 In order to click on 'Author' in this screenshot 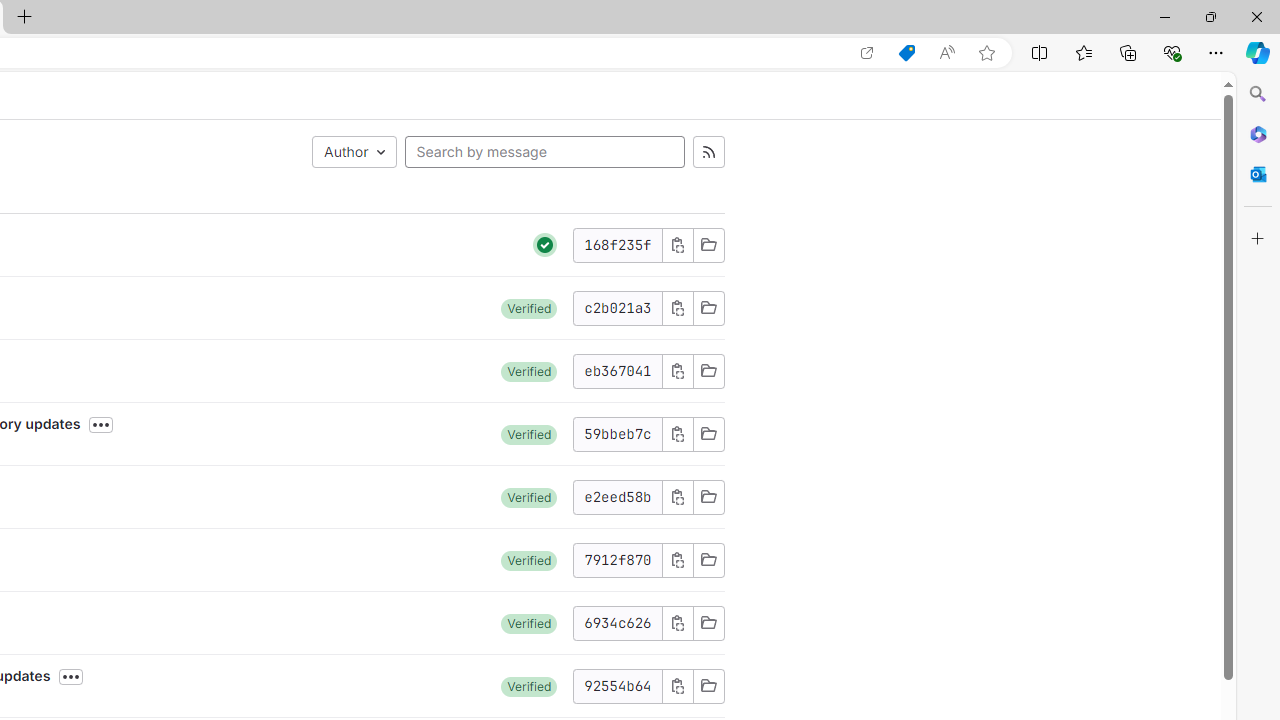, I will do `click(354, 150)`.